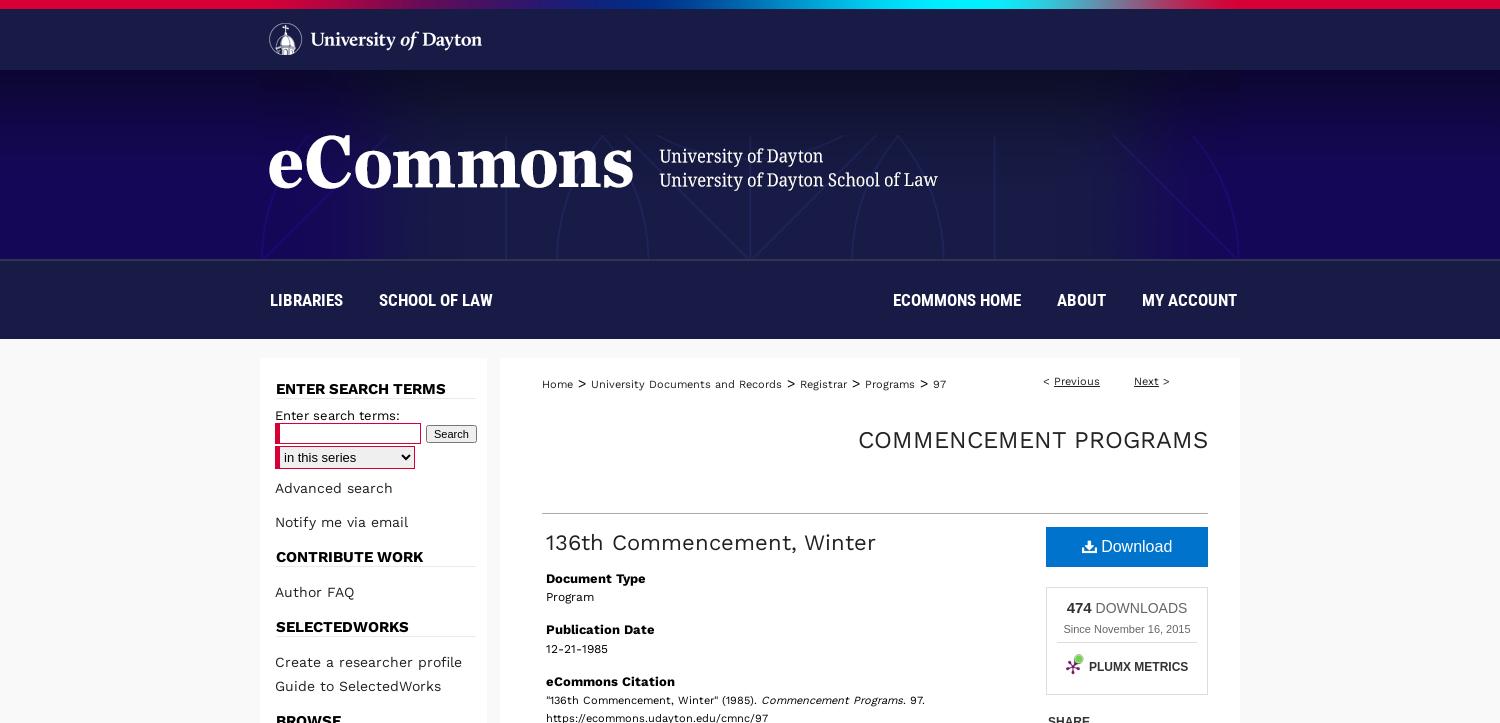  I want to click on 'School of Law', so click(436, 299).